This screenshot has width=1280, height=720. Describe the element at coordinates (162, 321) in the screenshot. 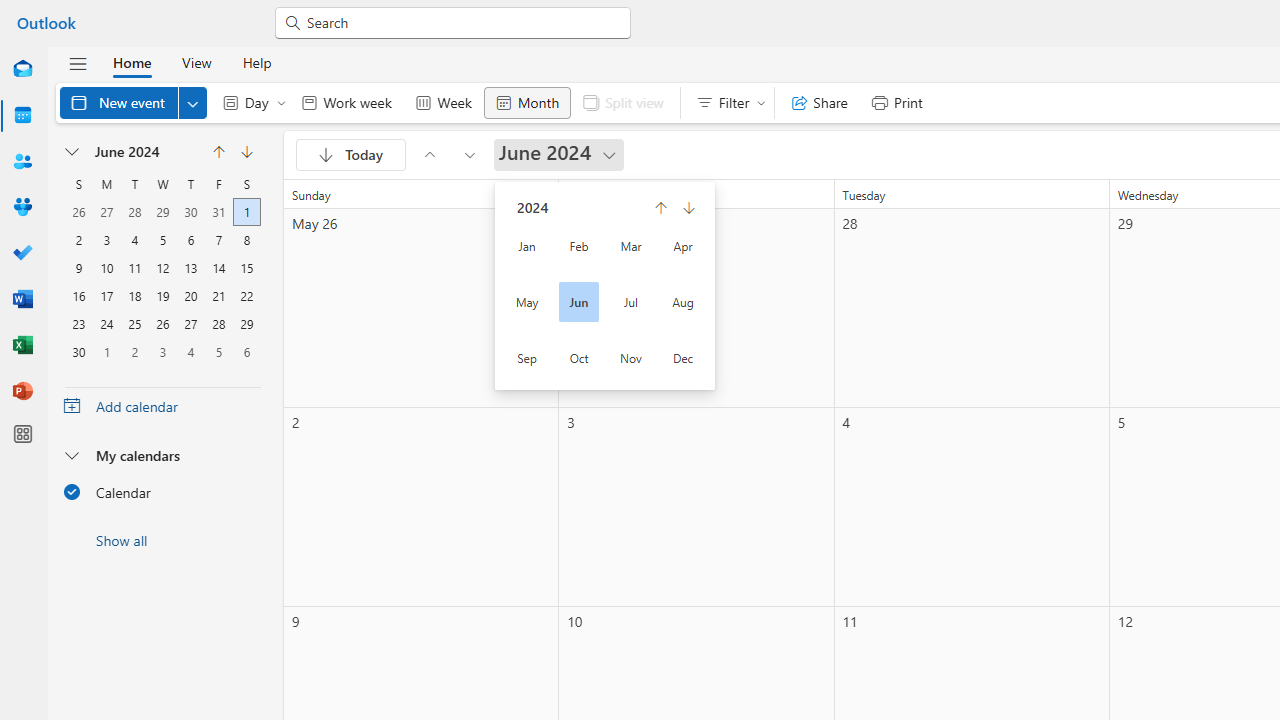

I see `'26, June, 2024'` at that location.